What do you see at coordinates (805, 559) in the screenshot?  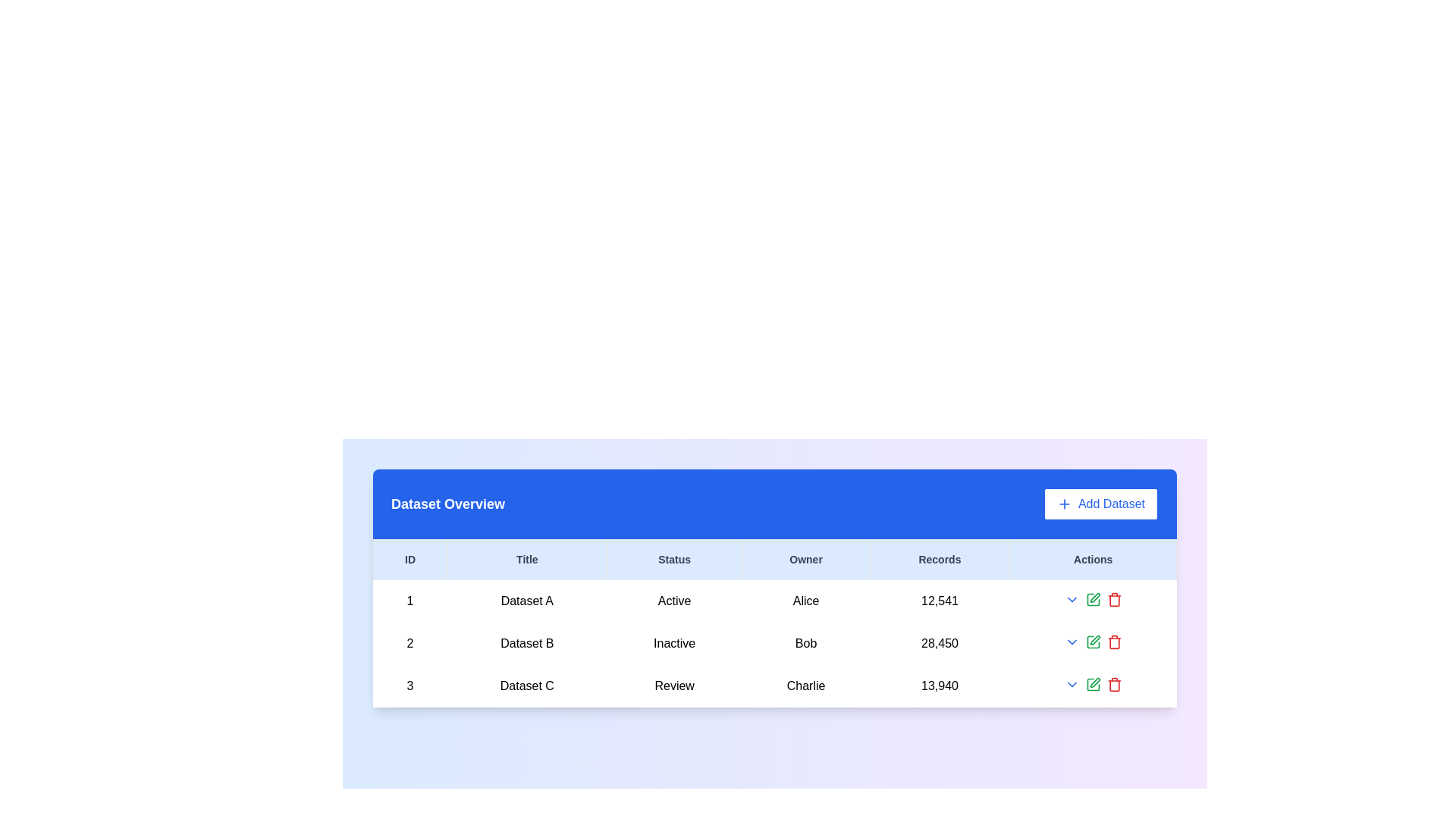 I see `the 'Owner' text label located in the header row of the table, positioned as the fourth item among its siblings` at bounding box center [805, 559].